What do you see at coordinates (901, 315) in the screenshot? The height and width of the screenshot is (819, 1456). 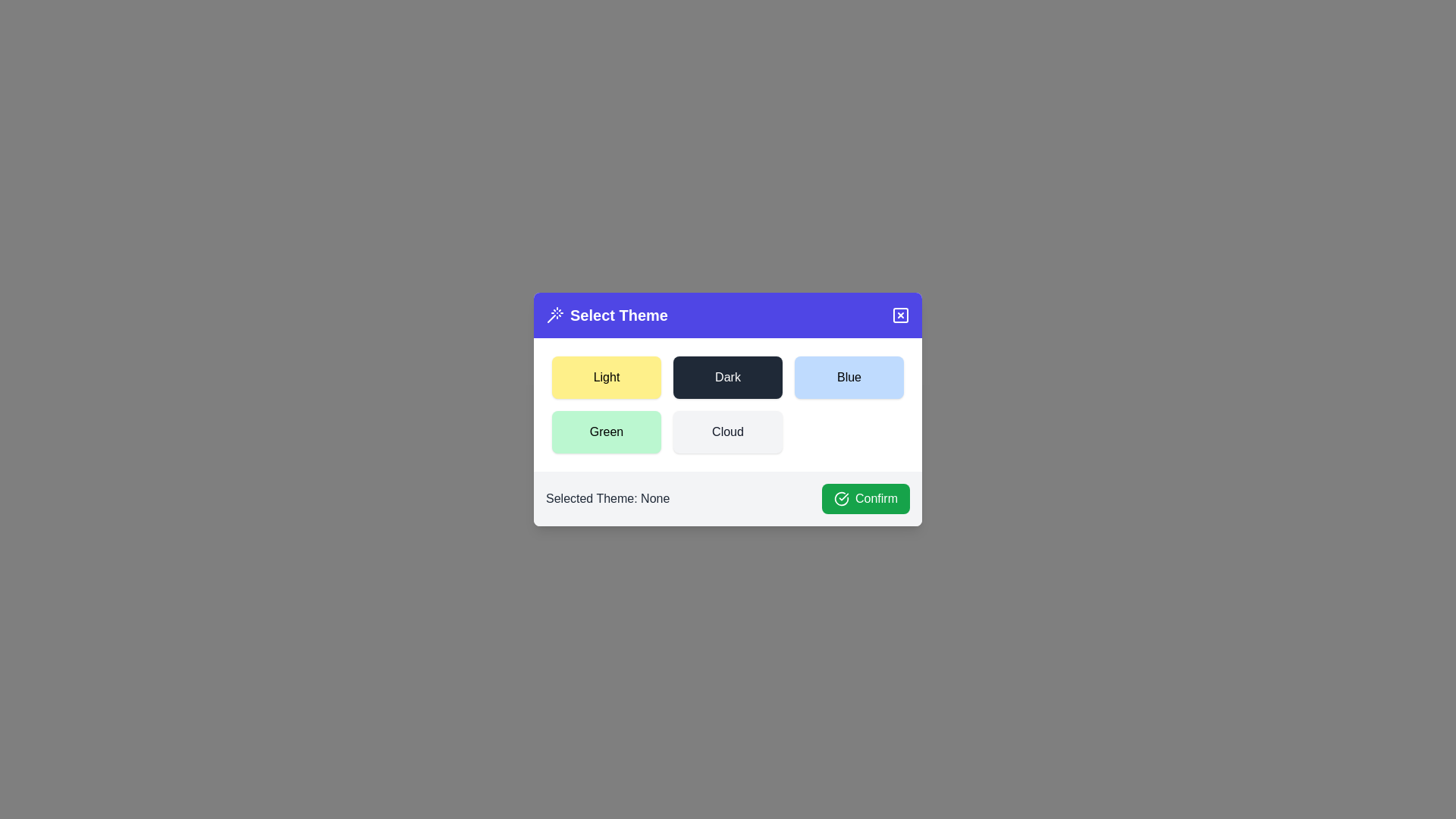 I see `the close button in the top-right corner of the dialog box` at bounding box center [901, 315].